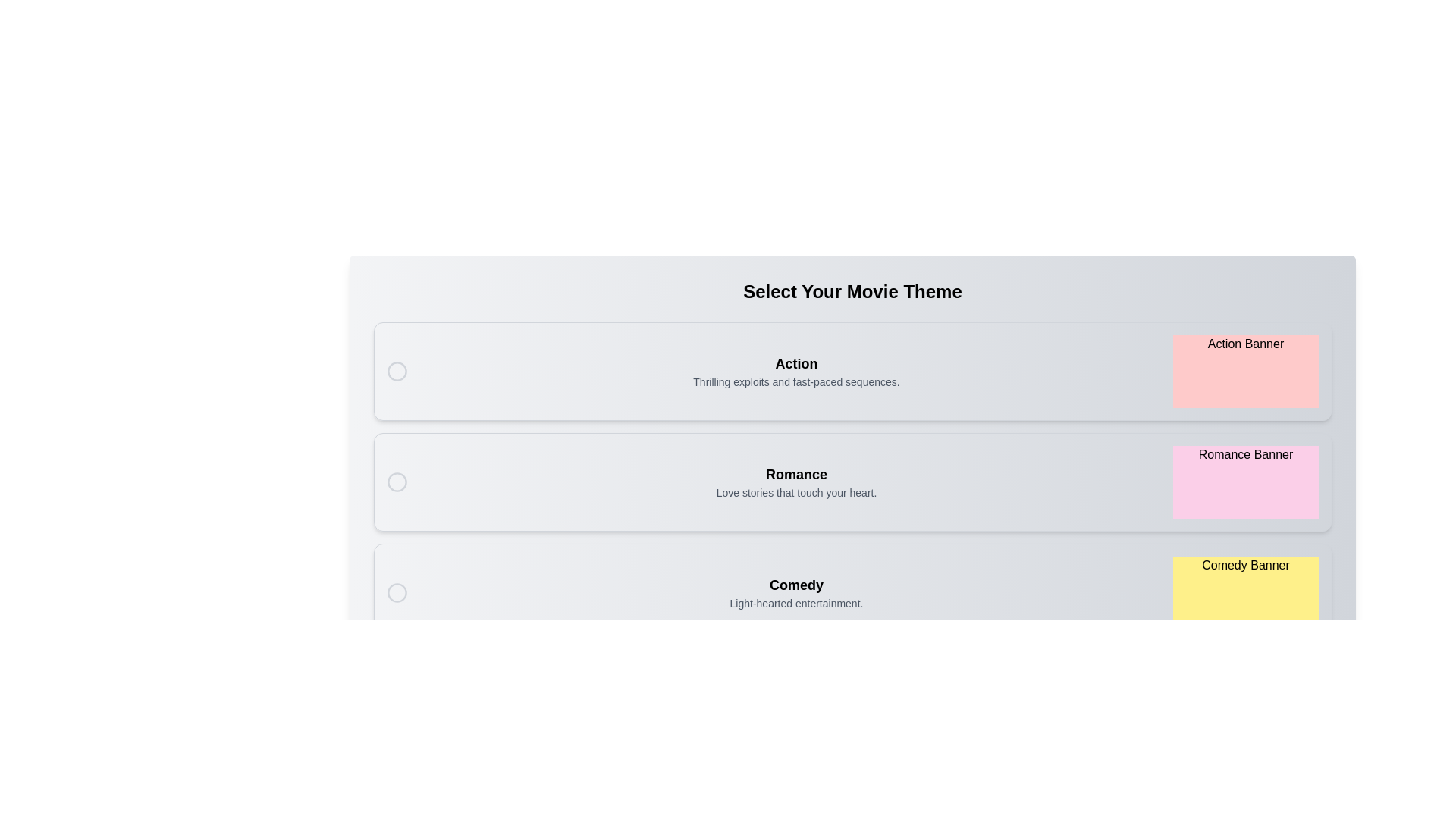 The height and width of the screenshot is (819, 1456). Describe the element at coordinates (397, 371) in the screenshot. I see `the center of the circular graphical element, which is part of the radio button for the 'Action' theme row` at that location.